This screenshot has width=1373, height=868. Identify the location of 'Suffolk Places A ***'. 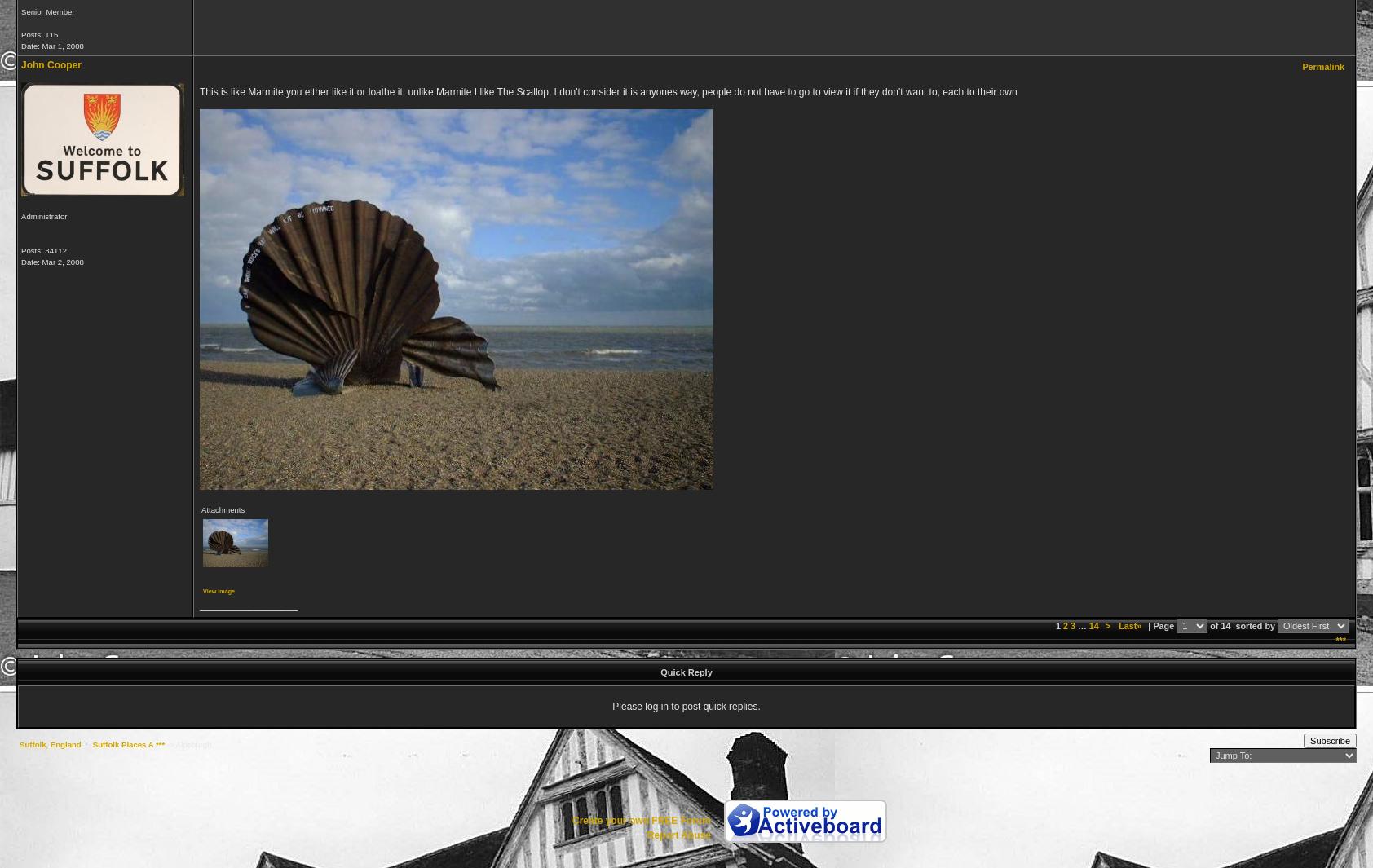
(127, 744).